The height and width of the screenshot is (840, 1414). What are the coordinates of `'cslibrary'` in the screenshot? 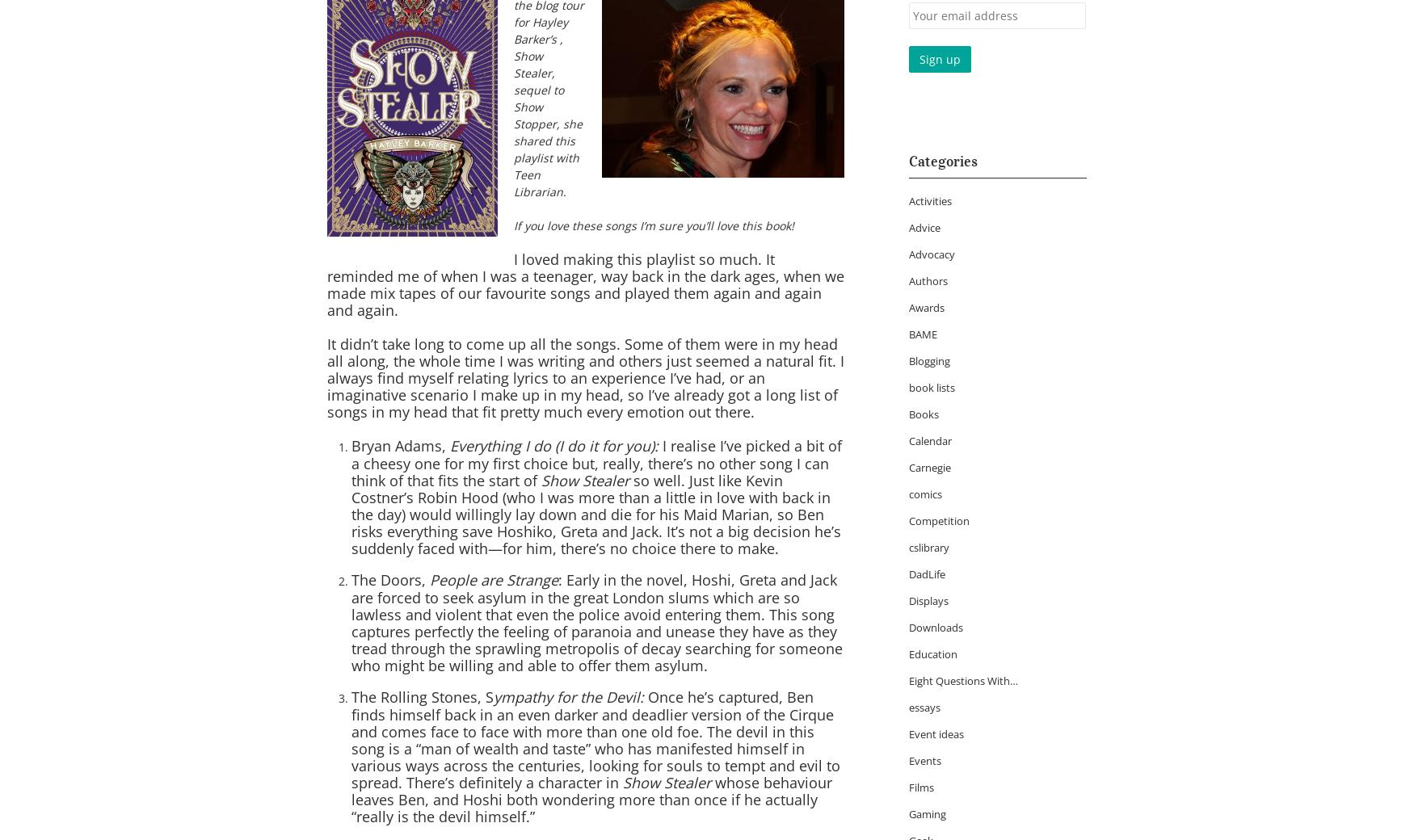 It's located at (909, 547).